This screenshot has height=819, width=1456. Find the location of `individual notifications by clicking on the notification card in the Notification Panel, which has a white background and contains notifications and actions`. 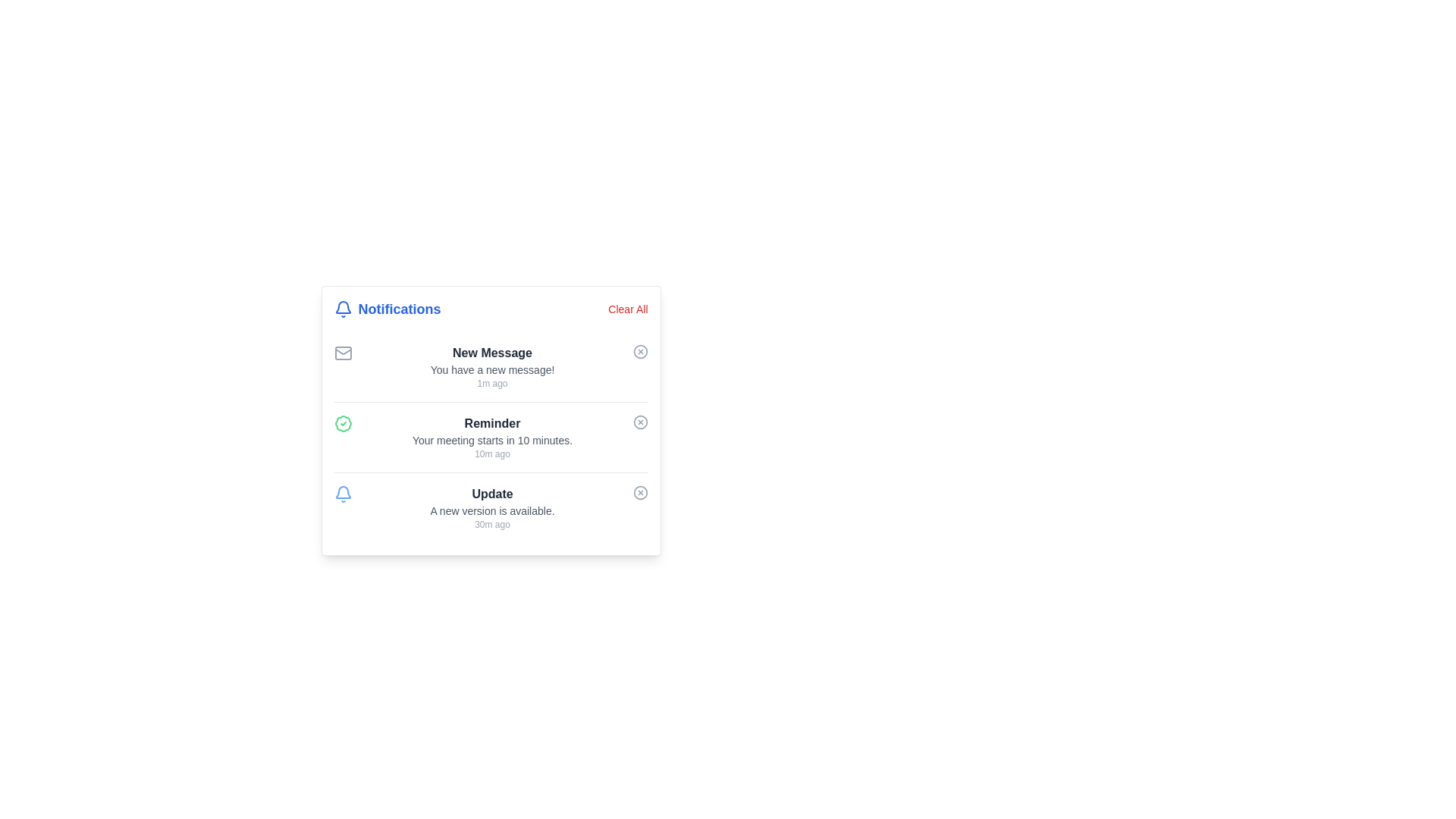

individual notifications by clicking on the notification card in the Notification Panel, which has a white background and contains notifications and actions is located at coordinates (491, 421).